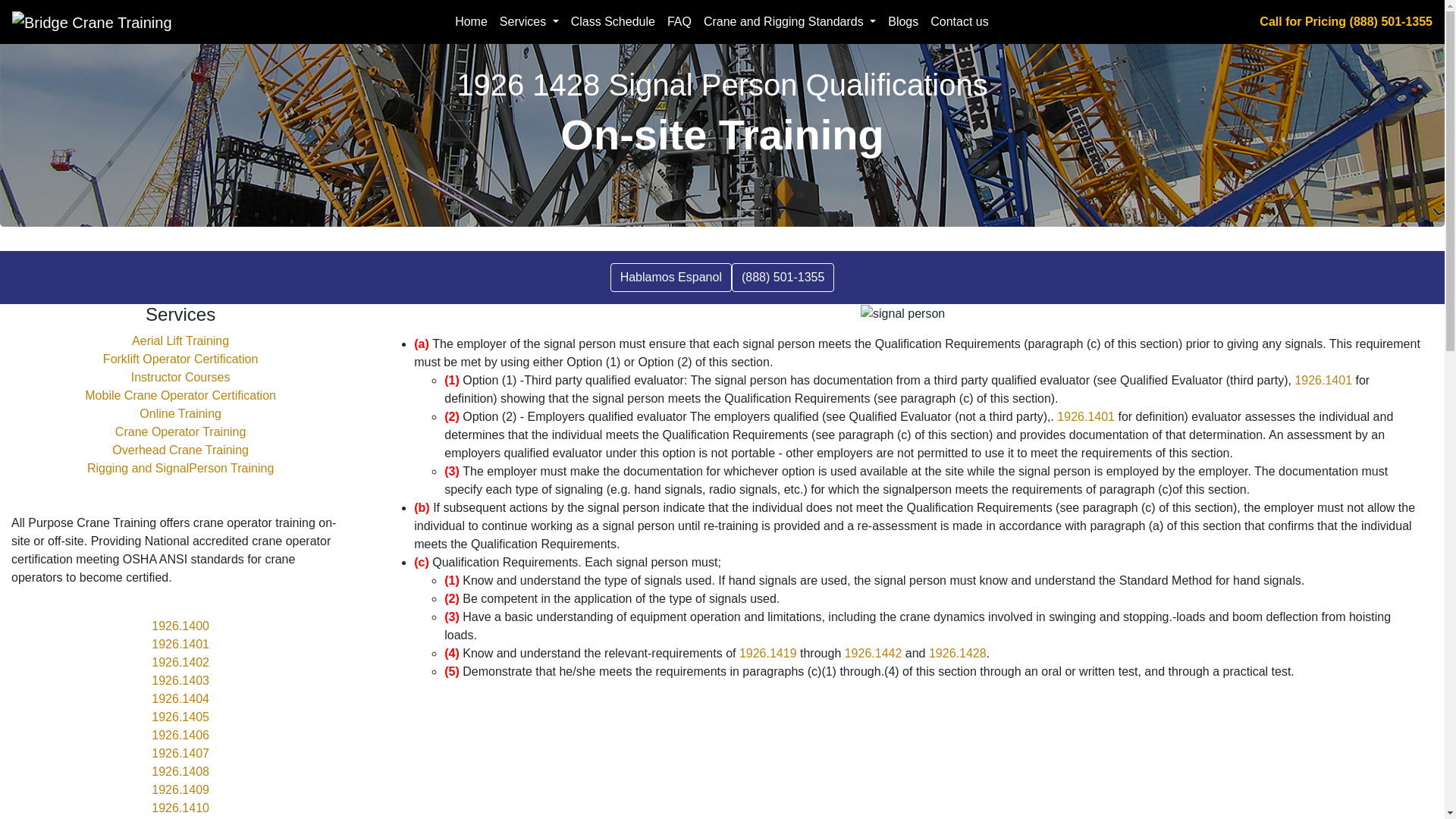 The width and height of the screenshot is (1456, 819). I want to click on 'Class Schedule', so click(613, 22).